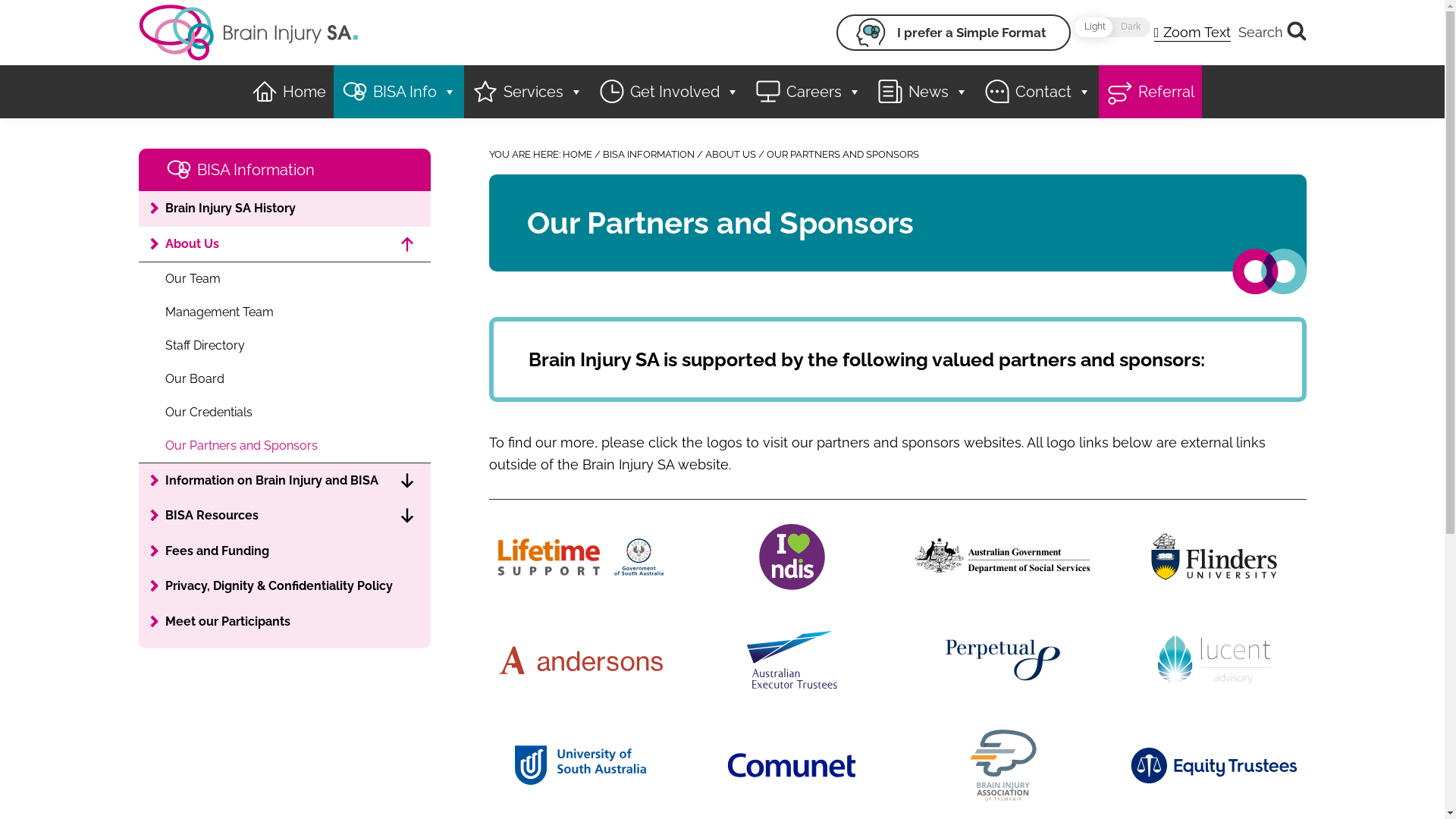  I want to click on 'Staff Directory', so click(284, 345).